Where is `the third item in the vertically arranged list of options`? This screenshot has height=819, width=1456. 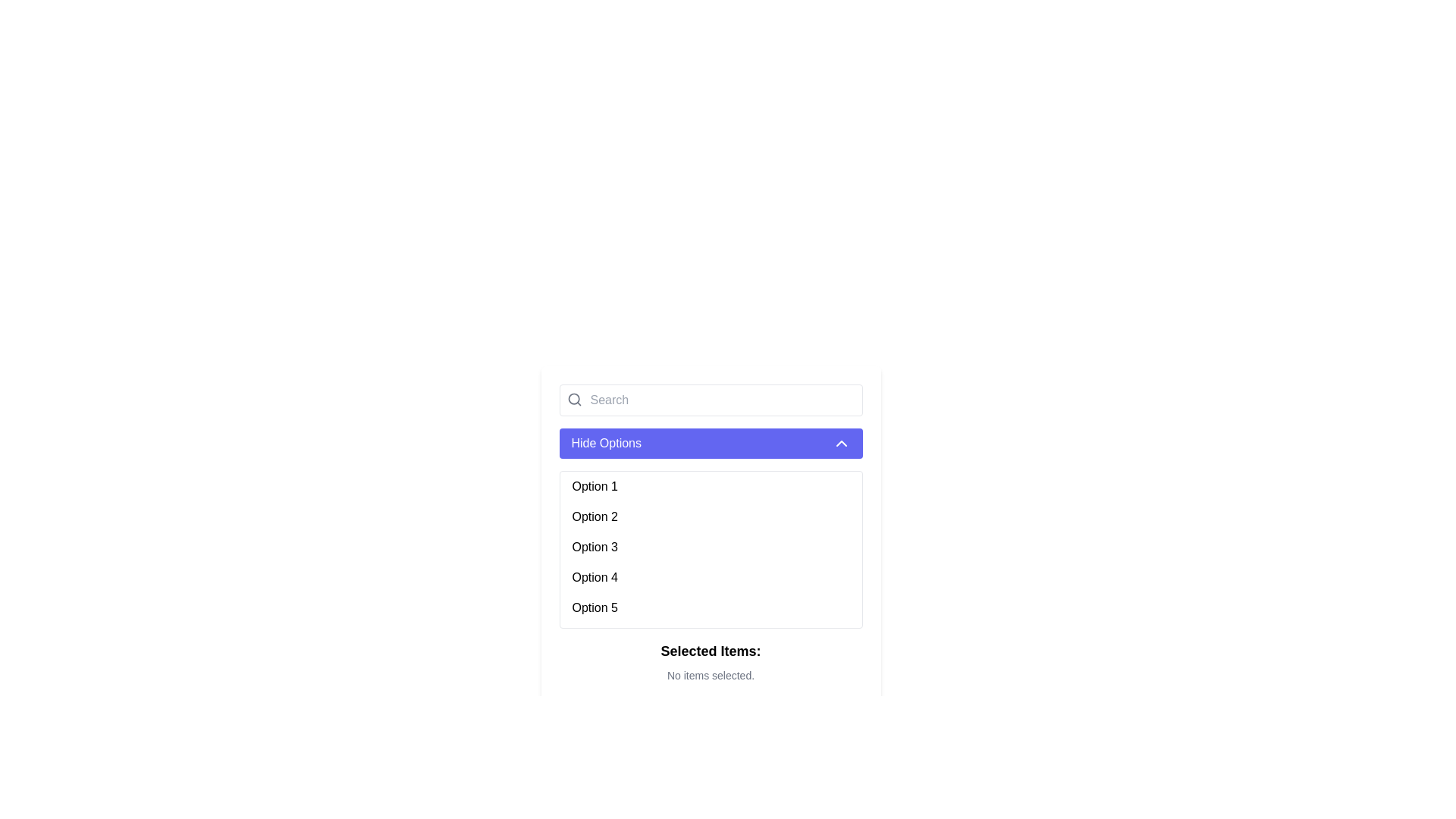
the third item in the vertically arranged list of options is located at coordinates (710, 547).